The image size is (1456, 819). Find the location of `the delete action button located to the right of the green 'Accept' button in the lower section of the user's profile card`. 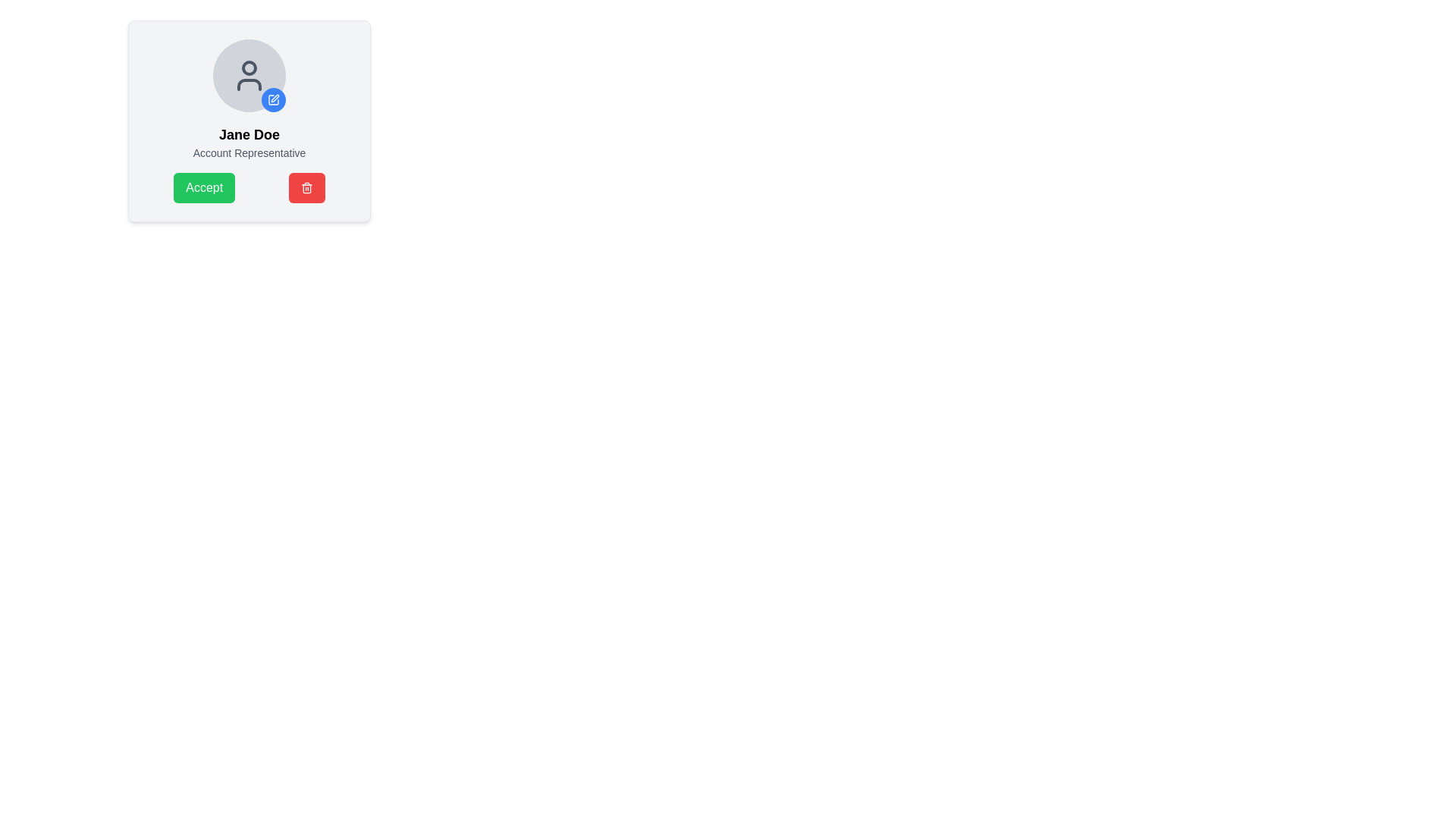

the delete action button located to the right of the green 'Accept' button in the lower section of the user's profile card is located at coordinates (306, 187).